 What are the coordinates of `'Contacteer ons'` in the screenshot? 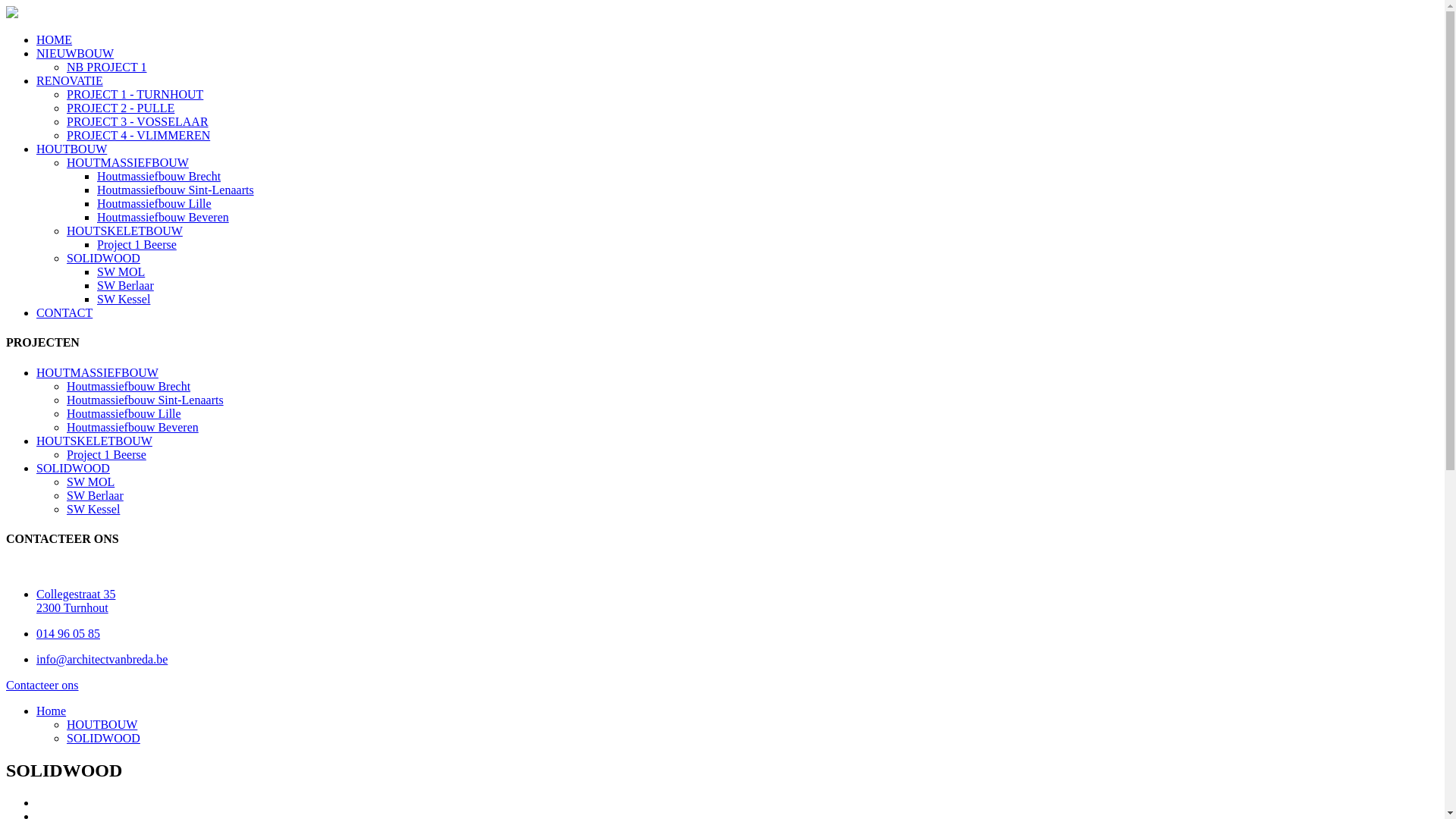 It's located at (6, 685).